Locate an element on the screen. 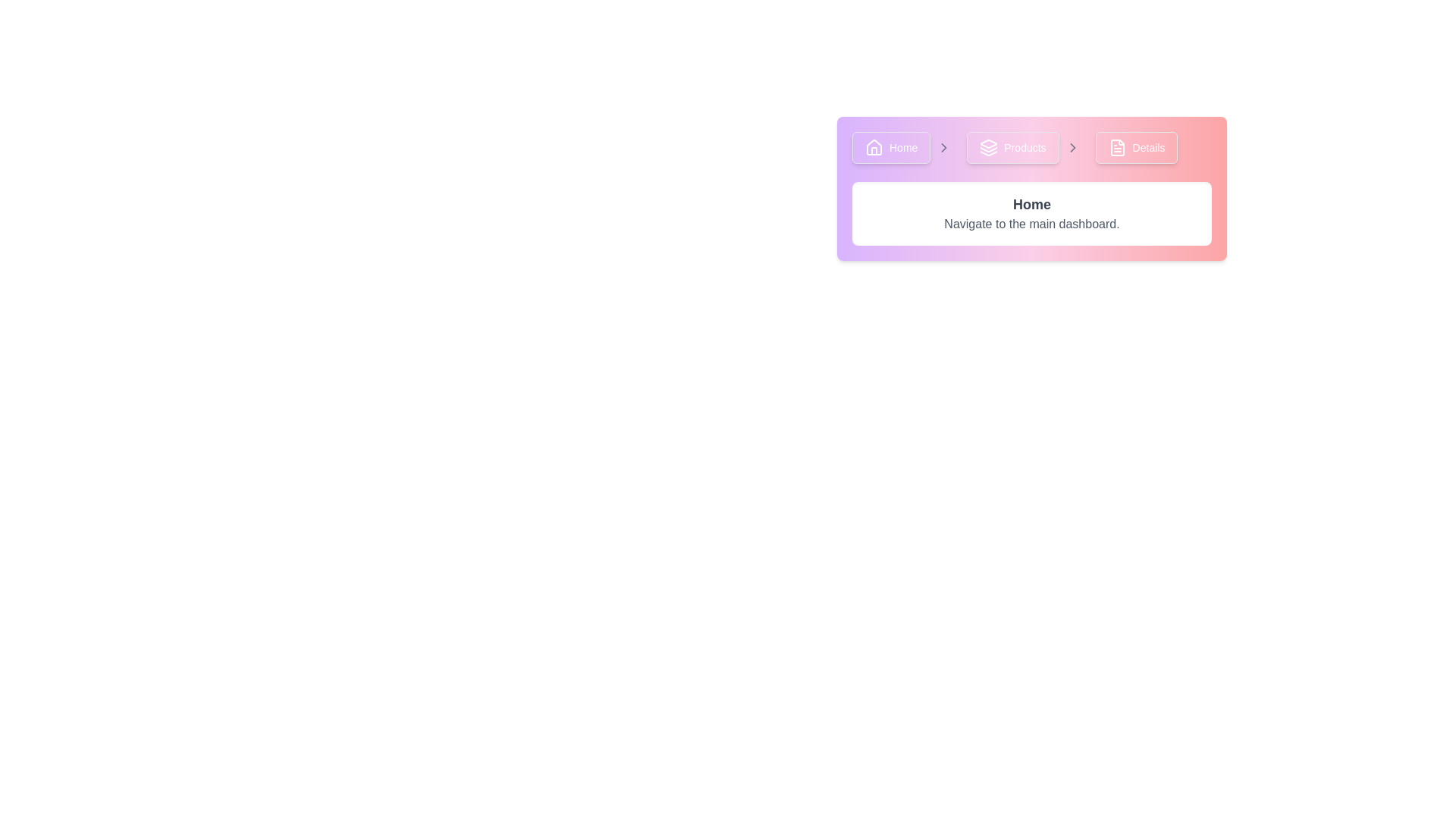 The image size is (1456, 819). the navigation separator icon located between the 'Products' button and the next element in the navigation bar, which visually separates navigation links is located at coordinates (943, 148).